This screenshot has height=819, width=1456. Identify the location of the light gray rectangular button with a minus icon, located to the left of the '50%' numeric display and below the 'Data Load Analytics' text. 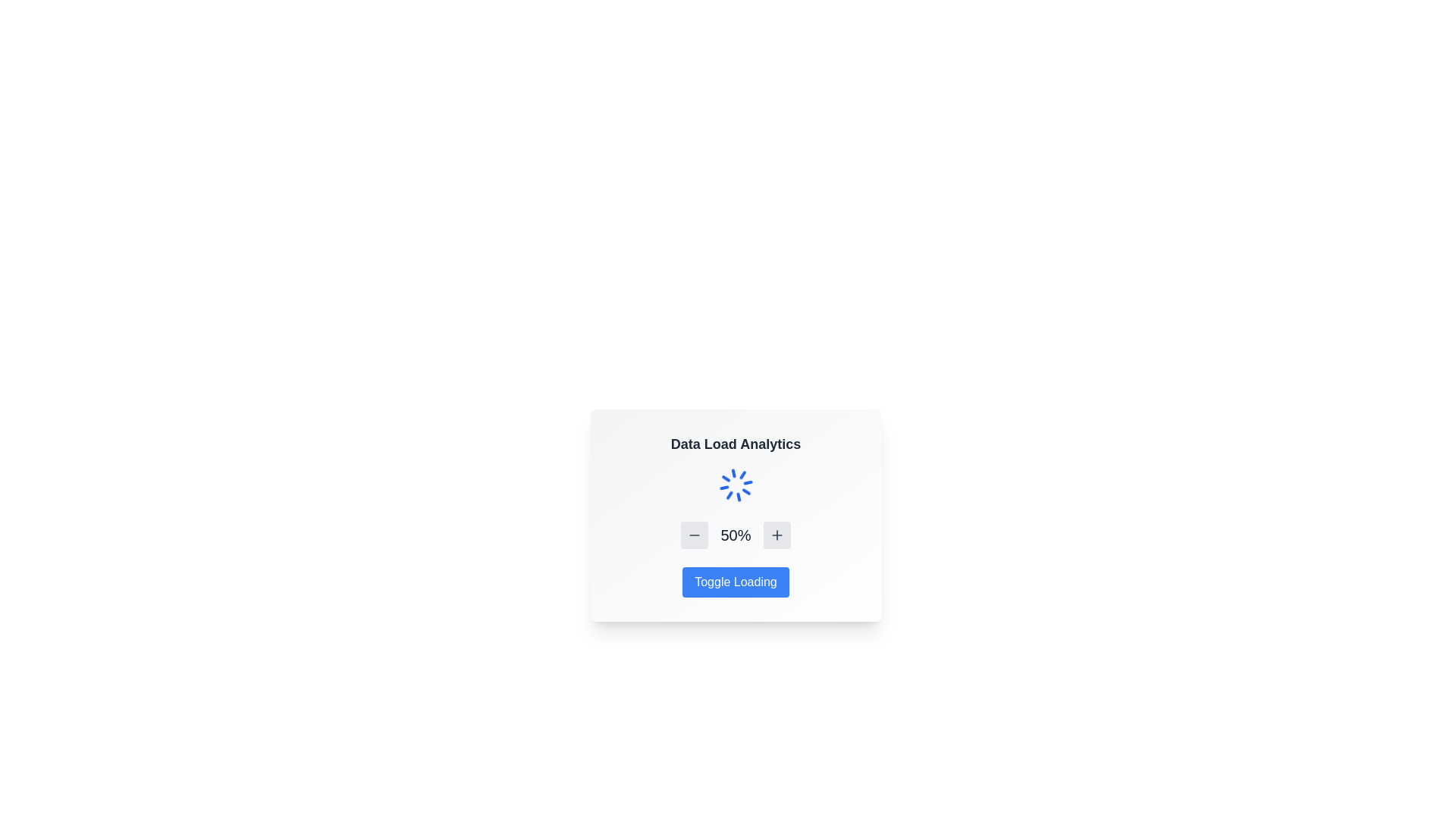
(694, 534).